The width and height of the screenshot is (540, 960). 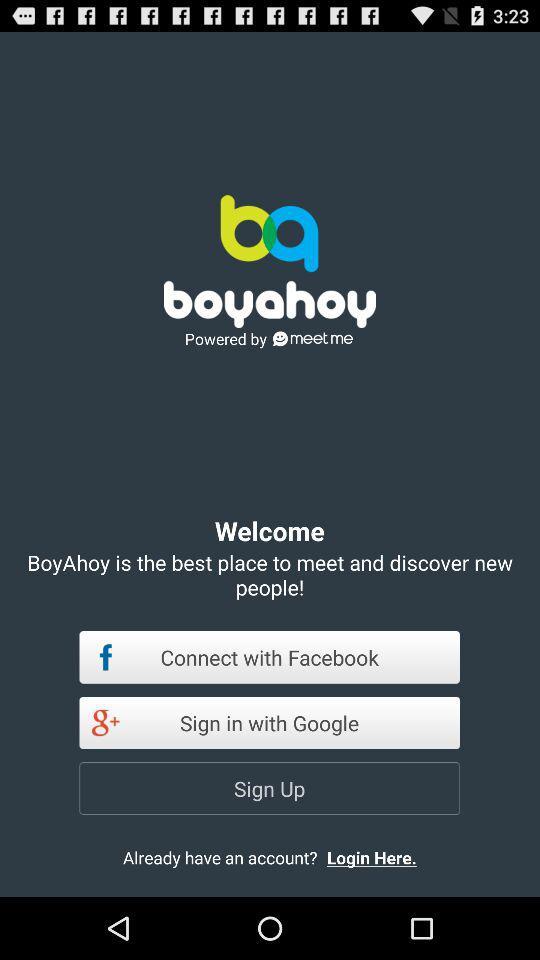 What do you see at coordinates (269, 721) in the screenshot?
I see `item below the connect with facebook item` at bounding box center [269, 721].